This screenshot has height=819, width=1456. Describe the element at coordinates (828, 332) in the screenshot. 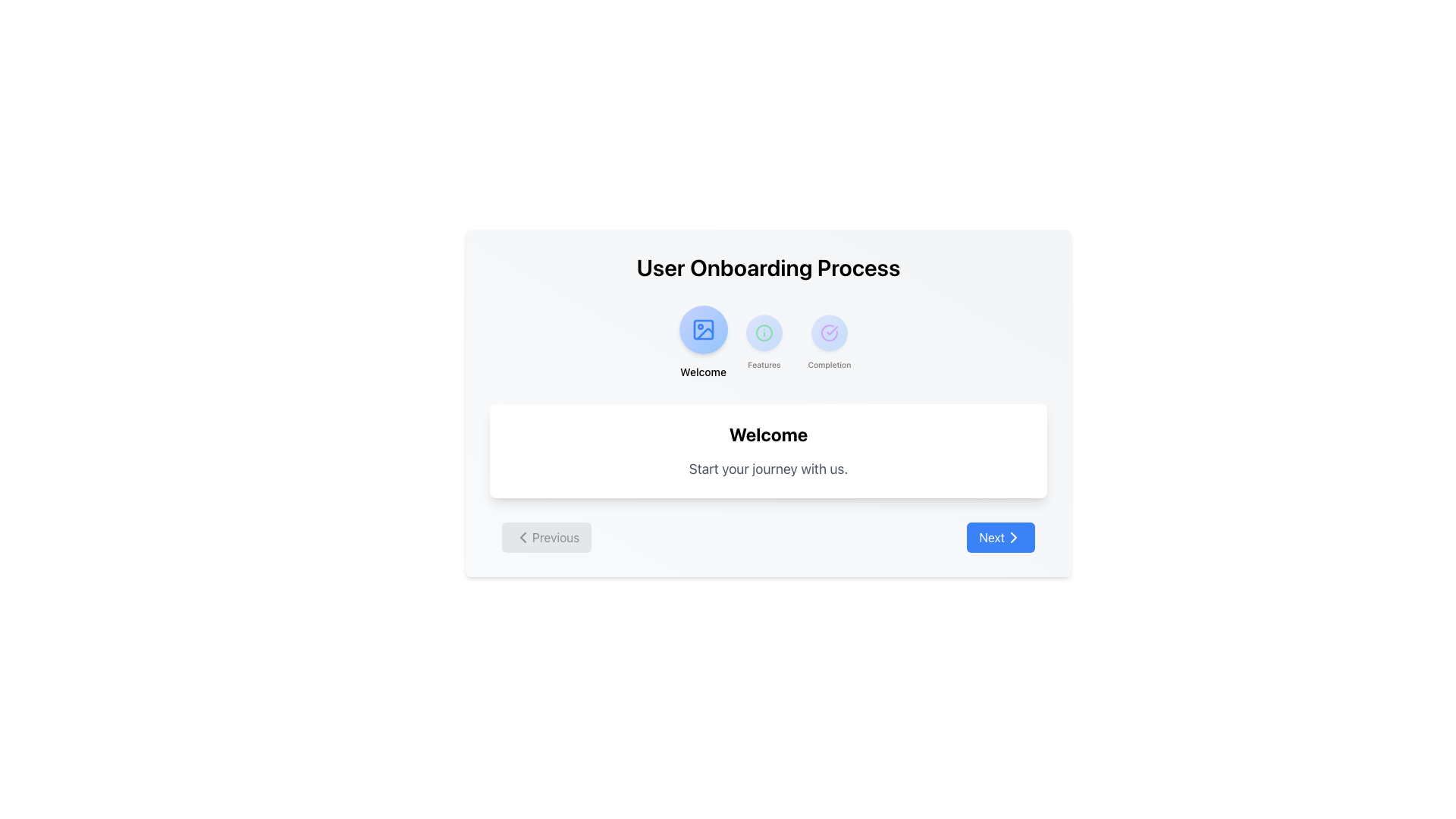

I see `the status indicator icon located centrally at the top section of the interface under the label 'Completion'` at that location.